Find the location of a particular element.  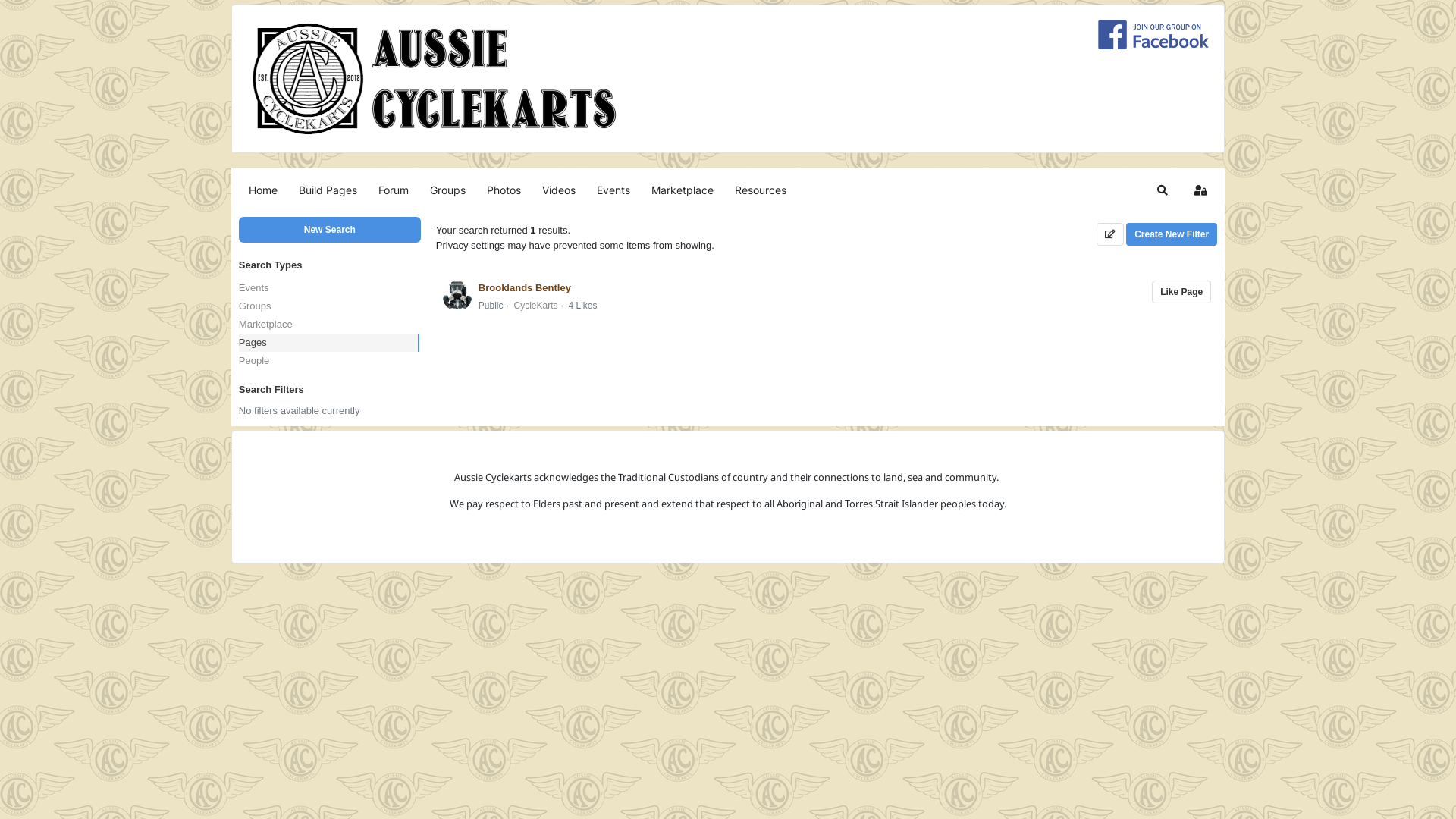

'Forum' is located at coordinates (393, 189).